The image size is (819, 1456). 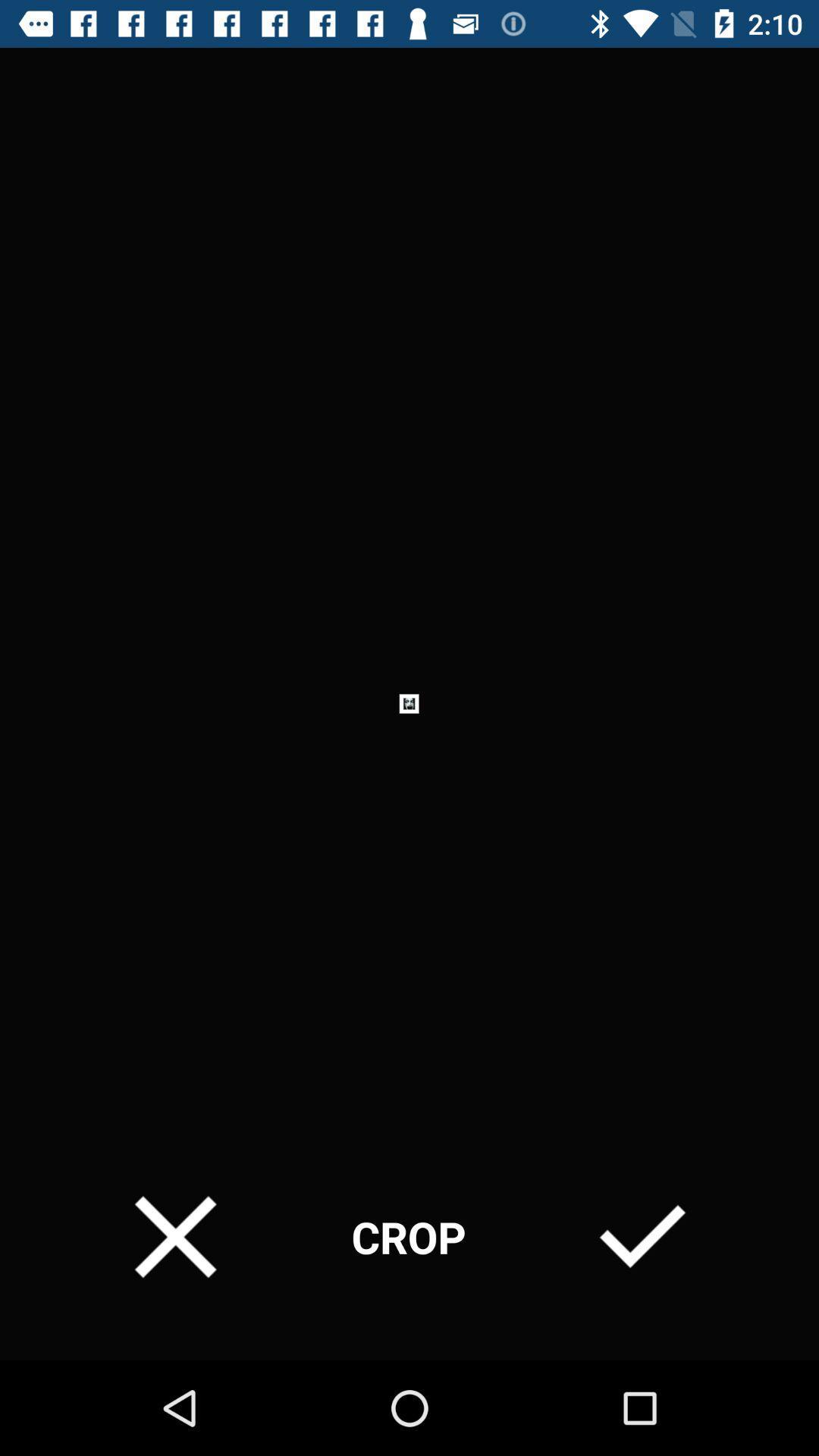 What do you see at coordinates (174, 1237) in the screenshot?
I see `the item to the left of the crop item` at bounding box center [174, 1237].